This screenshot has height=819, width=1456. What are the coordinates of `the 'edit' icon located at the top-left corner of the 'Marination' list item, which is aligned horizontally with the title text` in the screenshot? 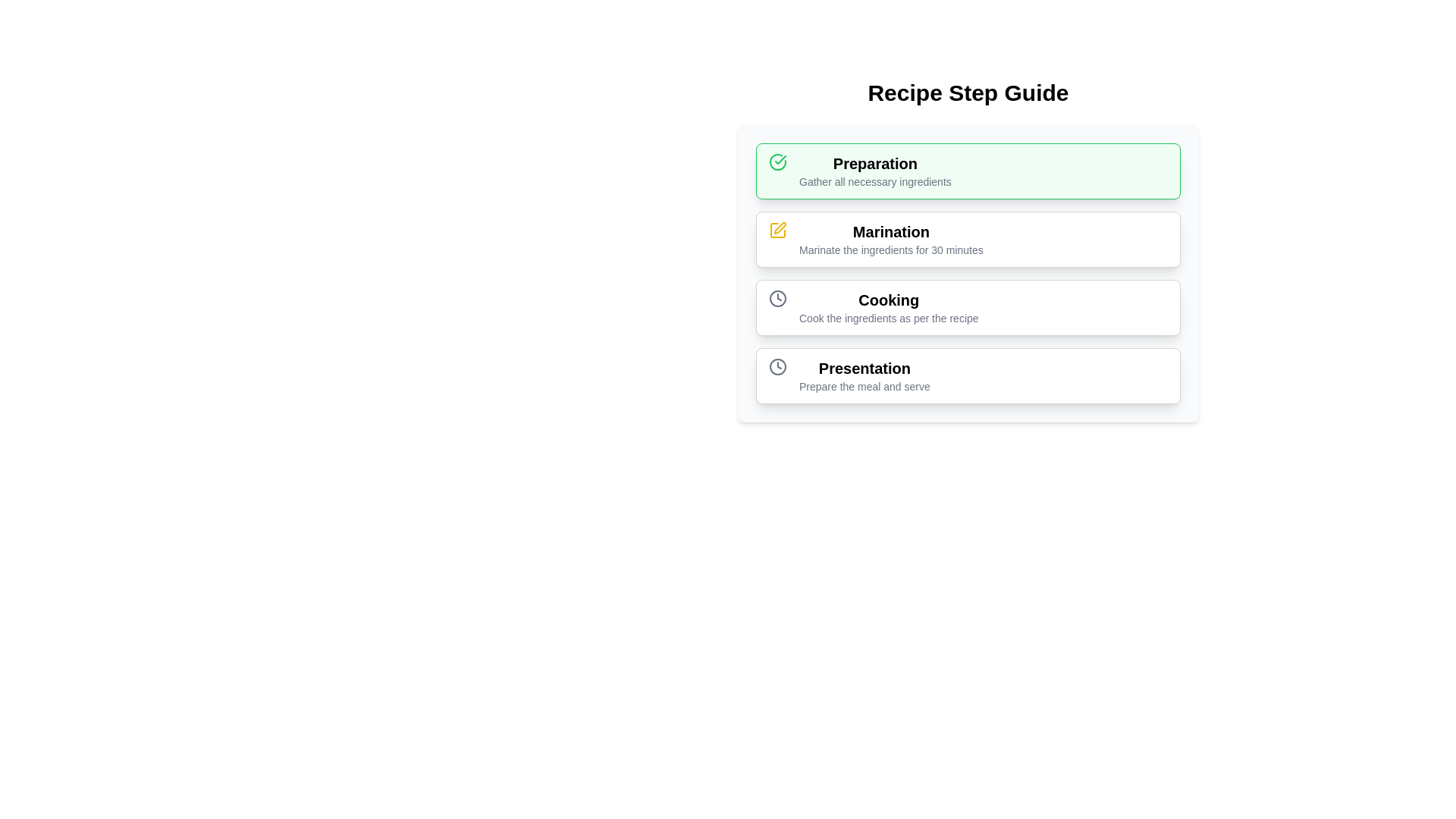 It's located at (778, 231).